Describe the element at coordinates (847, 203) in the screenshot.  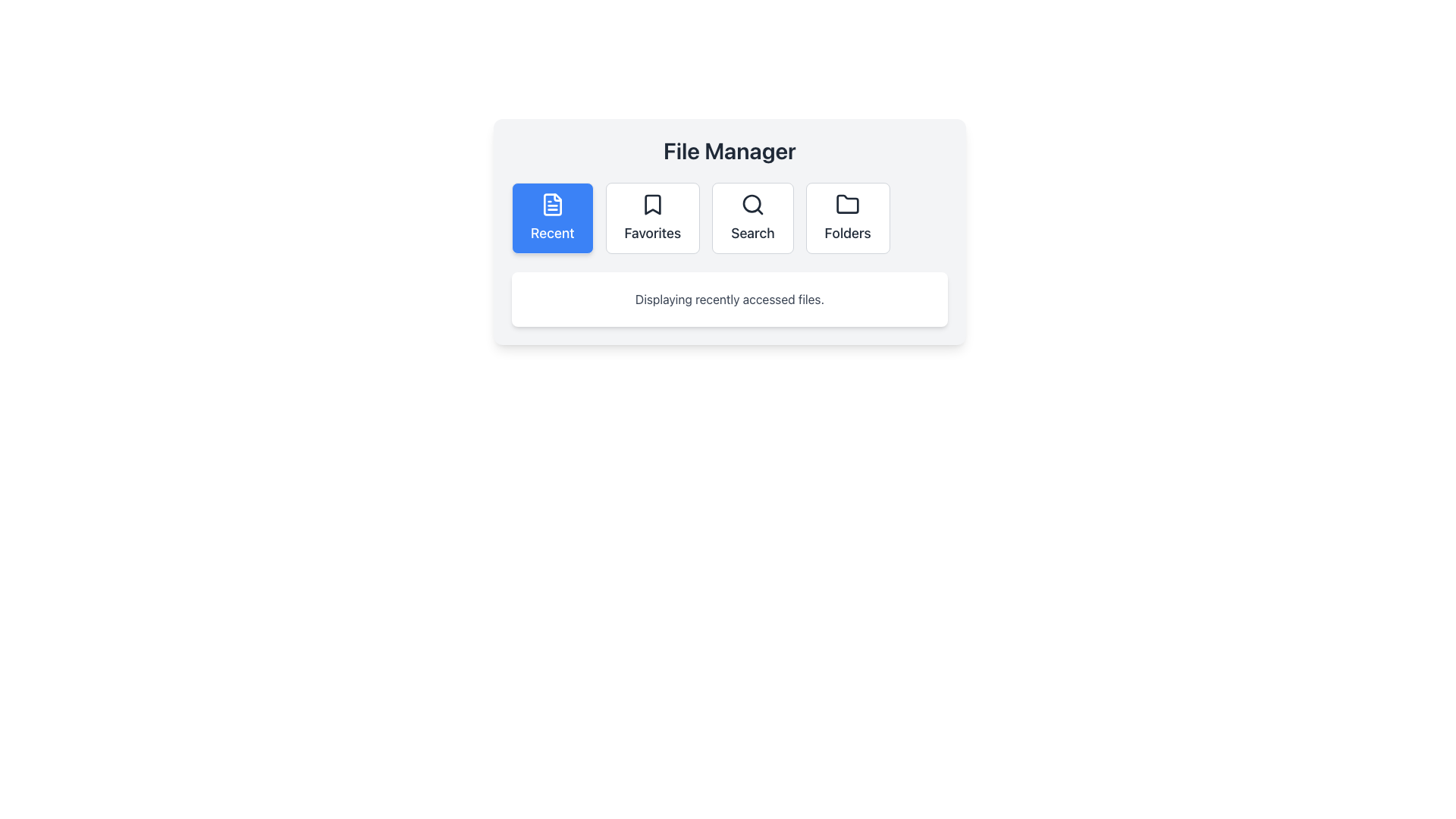
I see `the 'Folders' icon in the fourth section of the horizontal navigation bar` at that location.